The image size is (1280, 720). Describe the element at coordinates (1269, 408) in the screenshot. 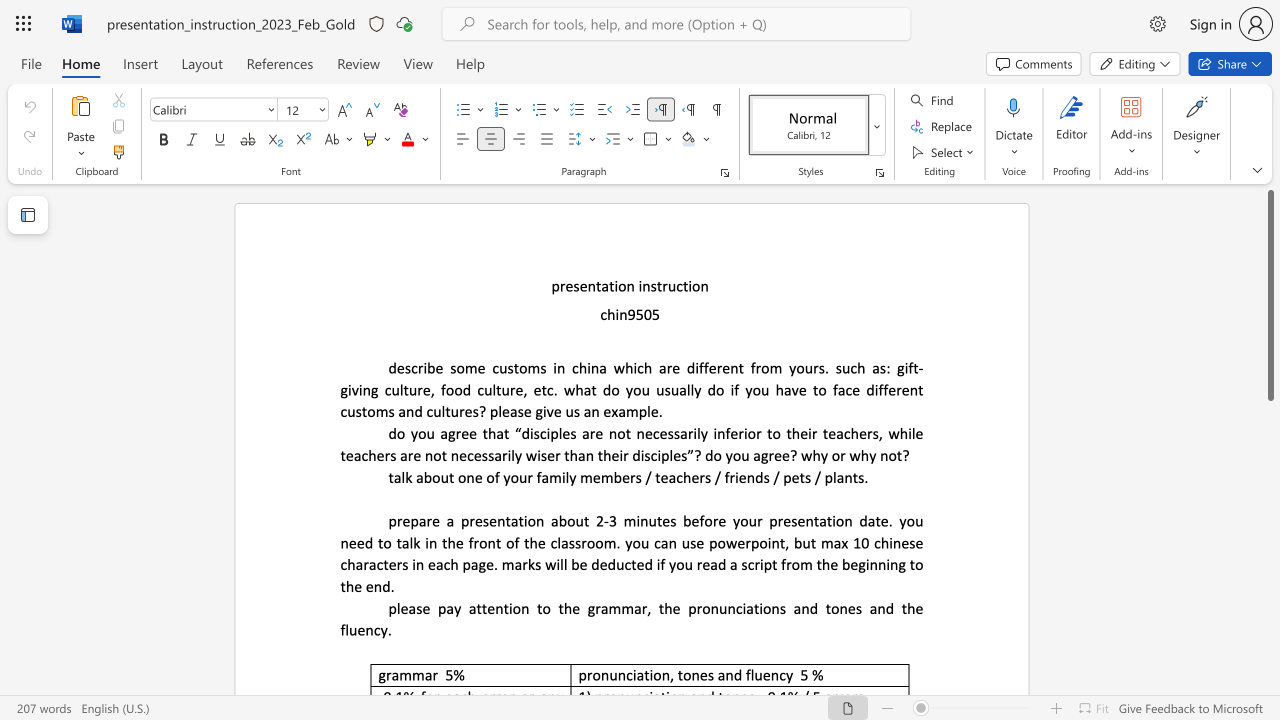

I see `the right-hand scrollbar to descend the page` at that location.